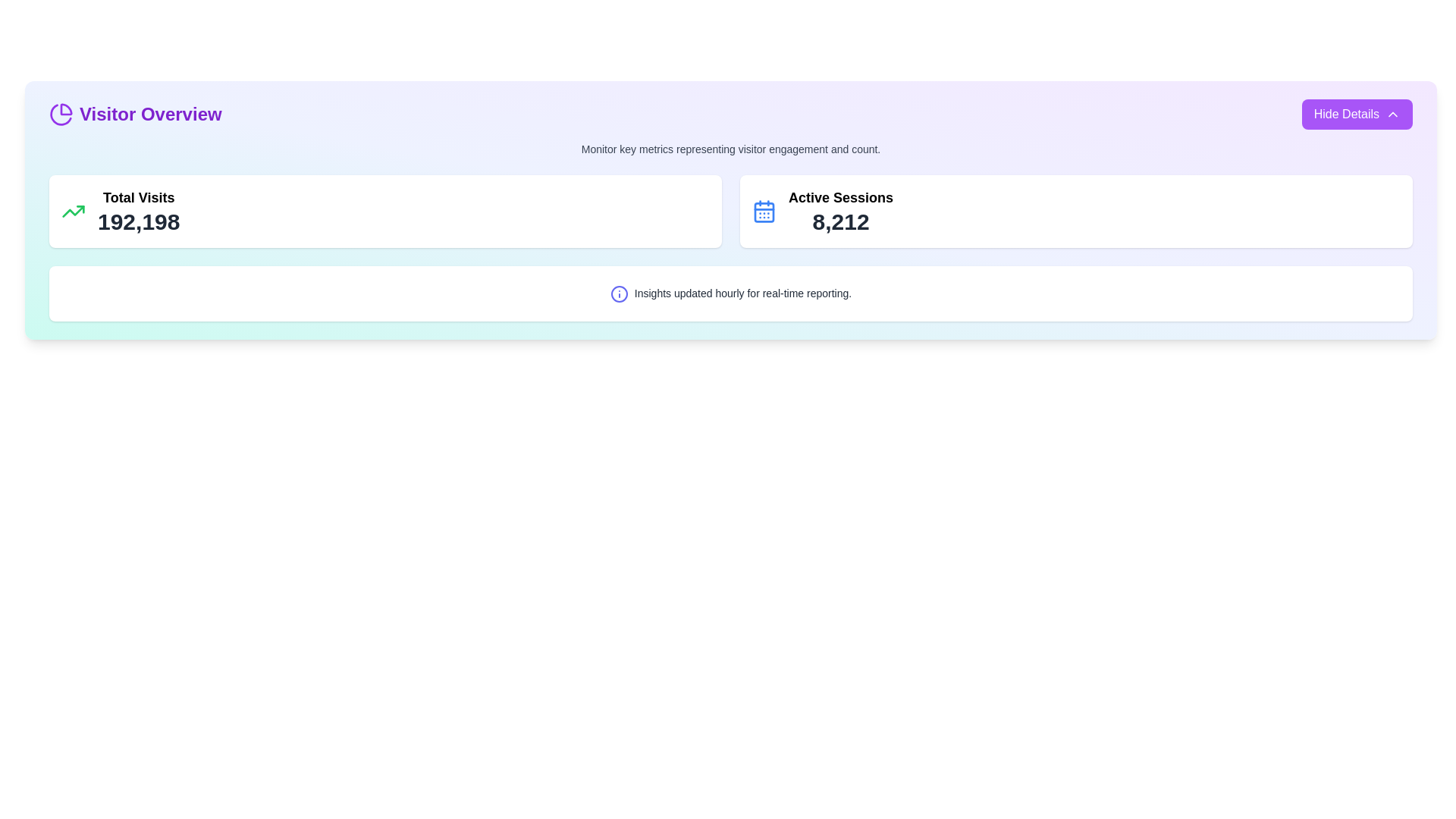 Image resolution: width=1456 pixels, height=819 pixels. What do you see at coordinates (839, 197) in the screenshot?
I see `text of the Text Label that provides context to the numerical information ('8,212') displayed below it in the 'Visitor Overview' section` at bounding box center [839, 197].